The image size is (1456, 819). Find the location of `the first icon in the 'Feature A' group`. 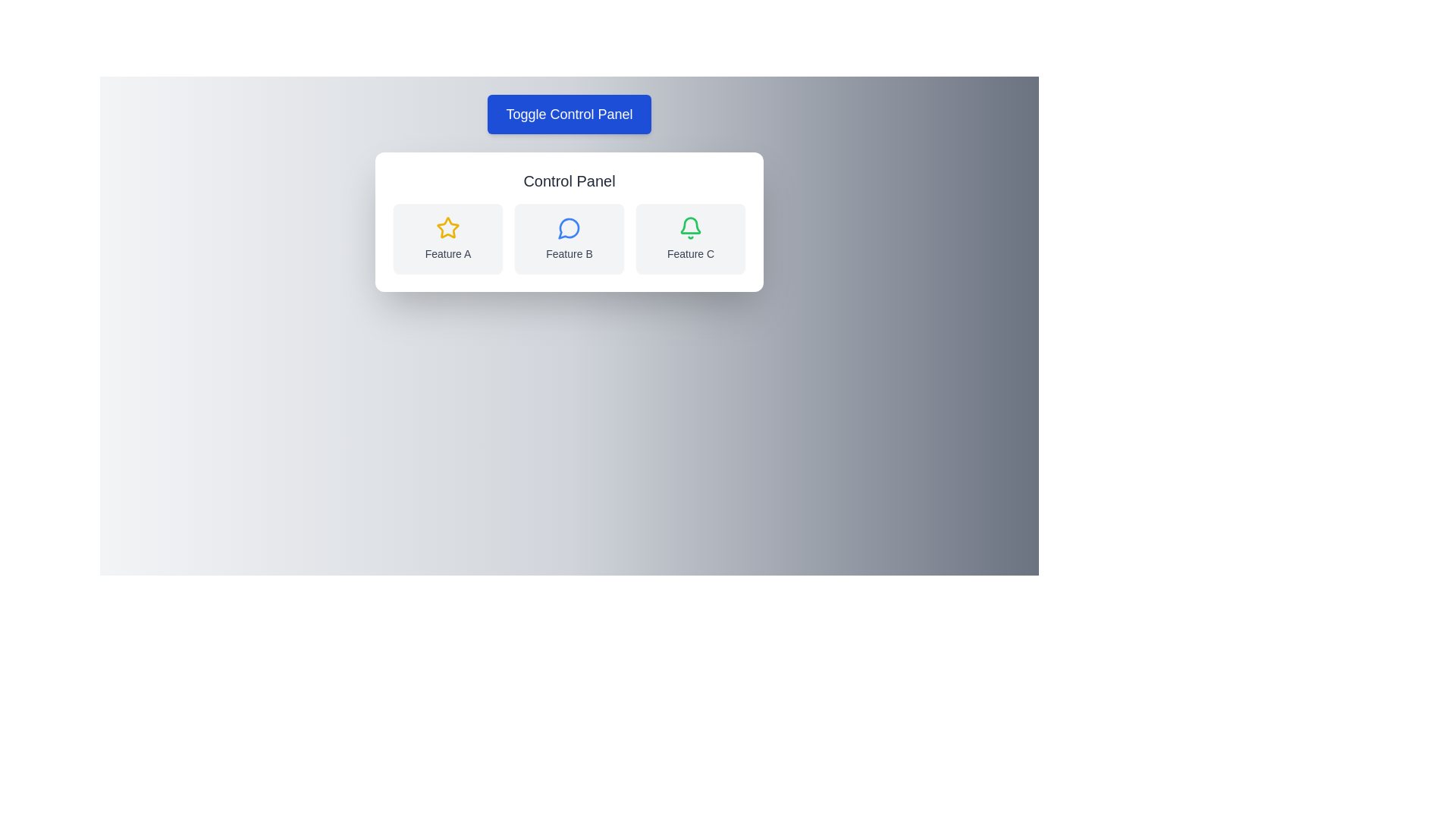

the first icon in the 'Feature A' group is located at coordinates (447, 227).